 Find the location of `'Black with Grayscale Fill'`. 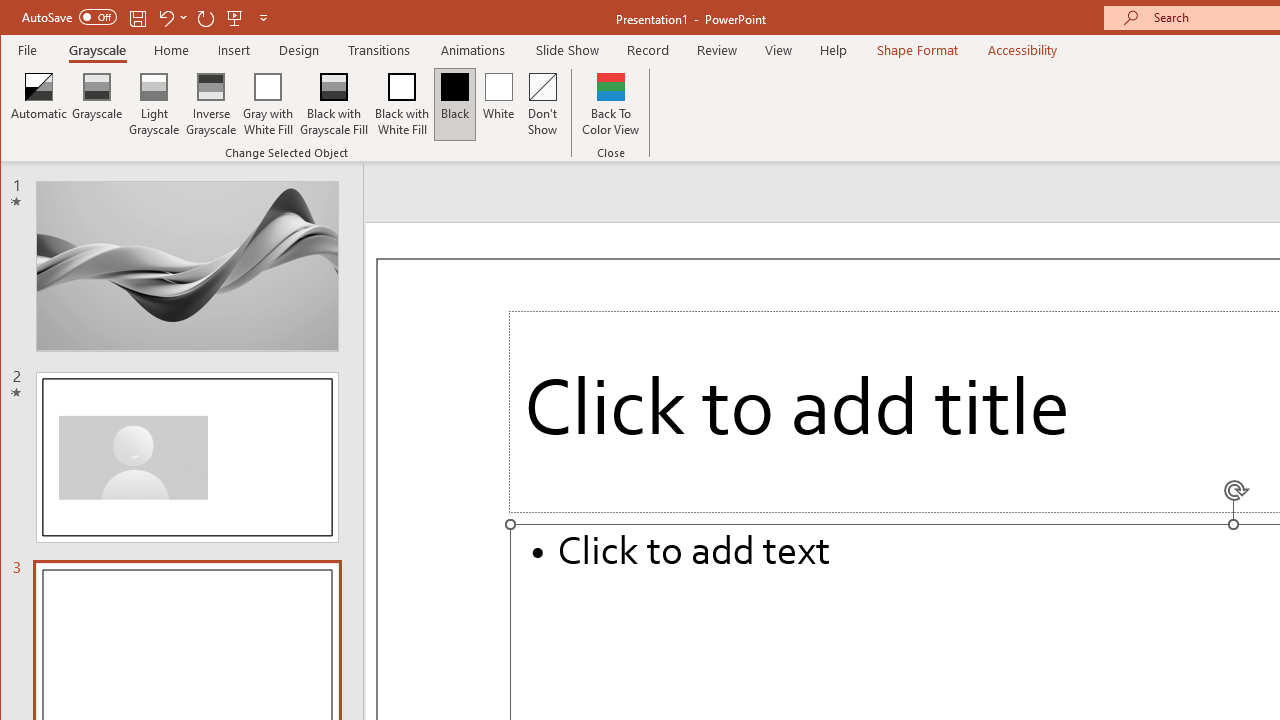

'Black with Grayscale Fill' is located at coordinates (334, 104).